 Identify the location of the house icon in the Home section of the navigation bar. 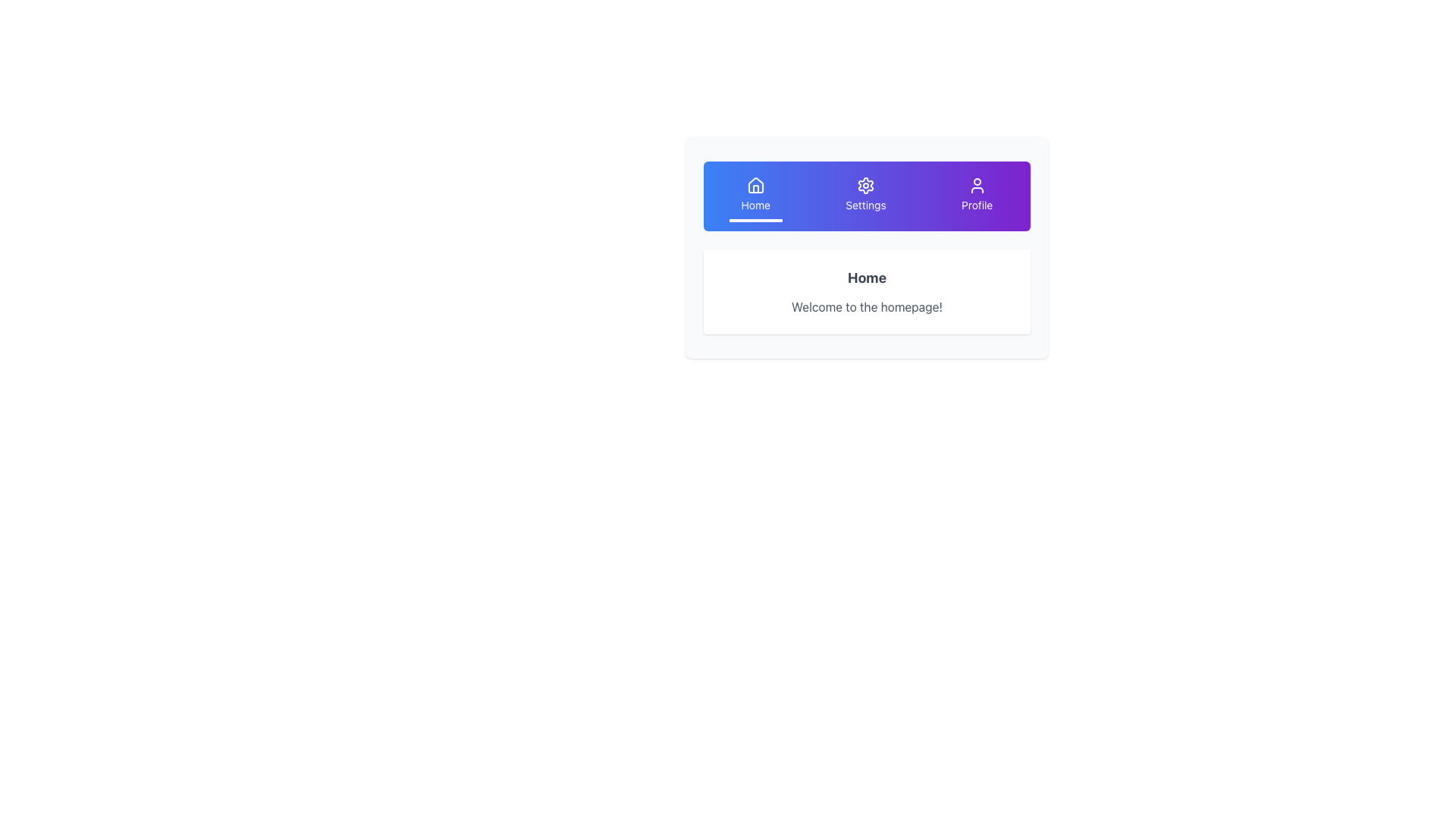
(755, 185).